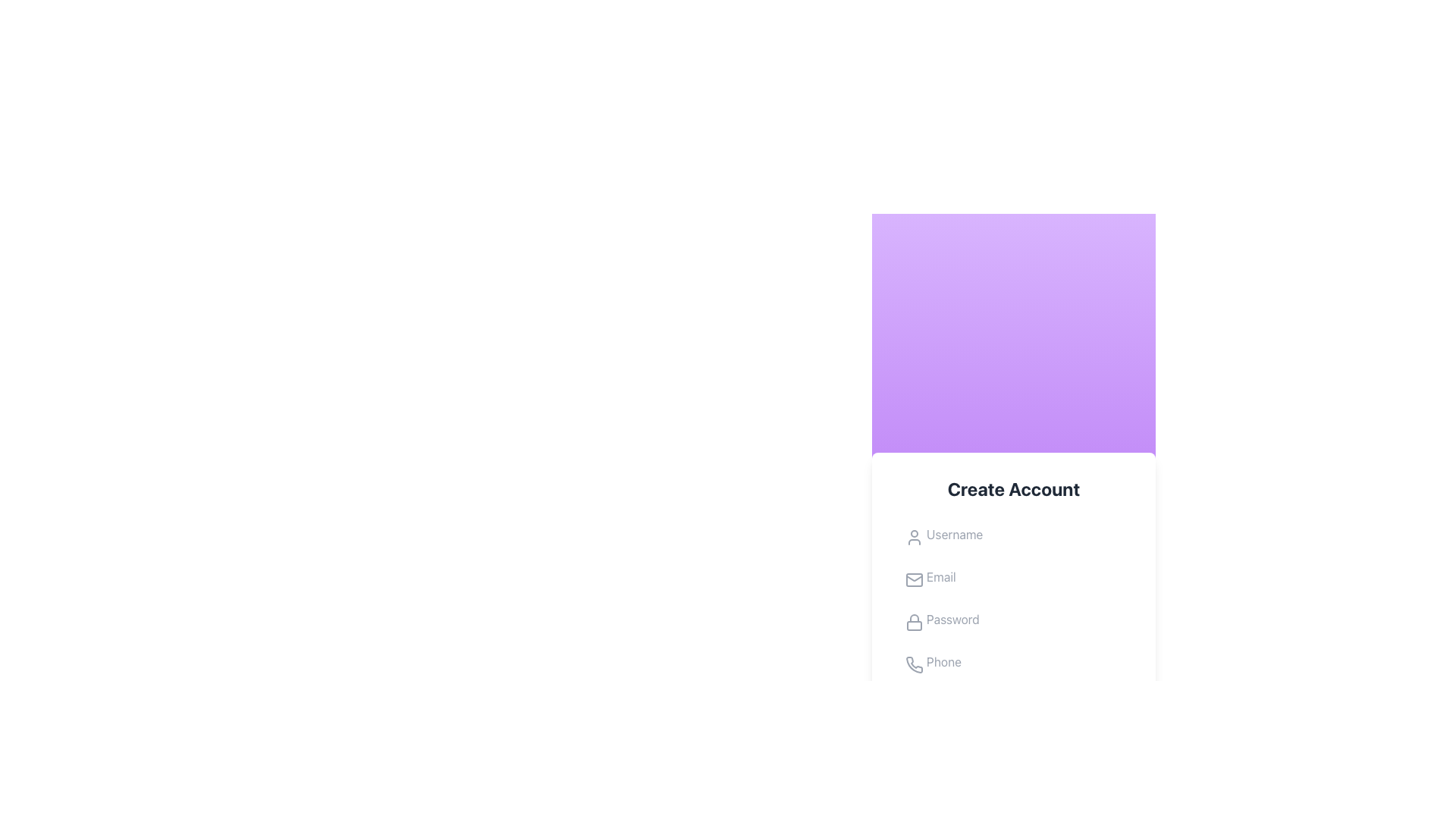  What do you see at coordinates (913, 617) in the screenshot?
I see `the decorative security icon located adjacent to the 'Password' input field in the form` at bounding box center [913, 617].